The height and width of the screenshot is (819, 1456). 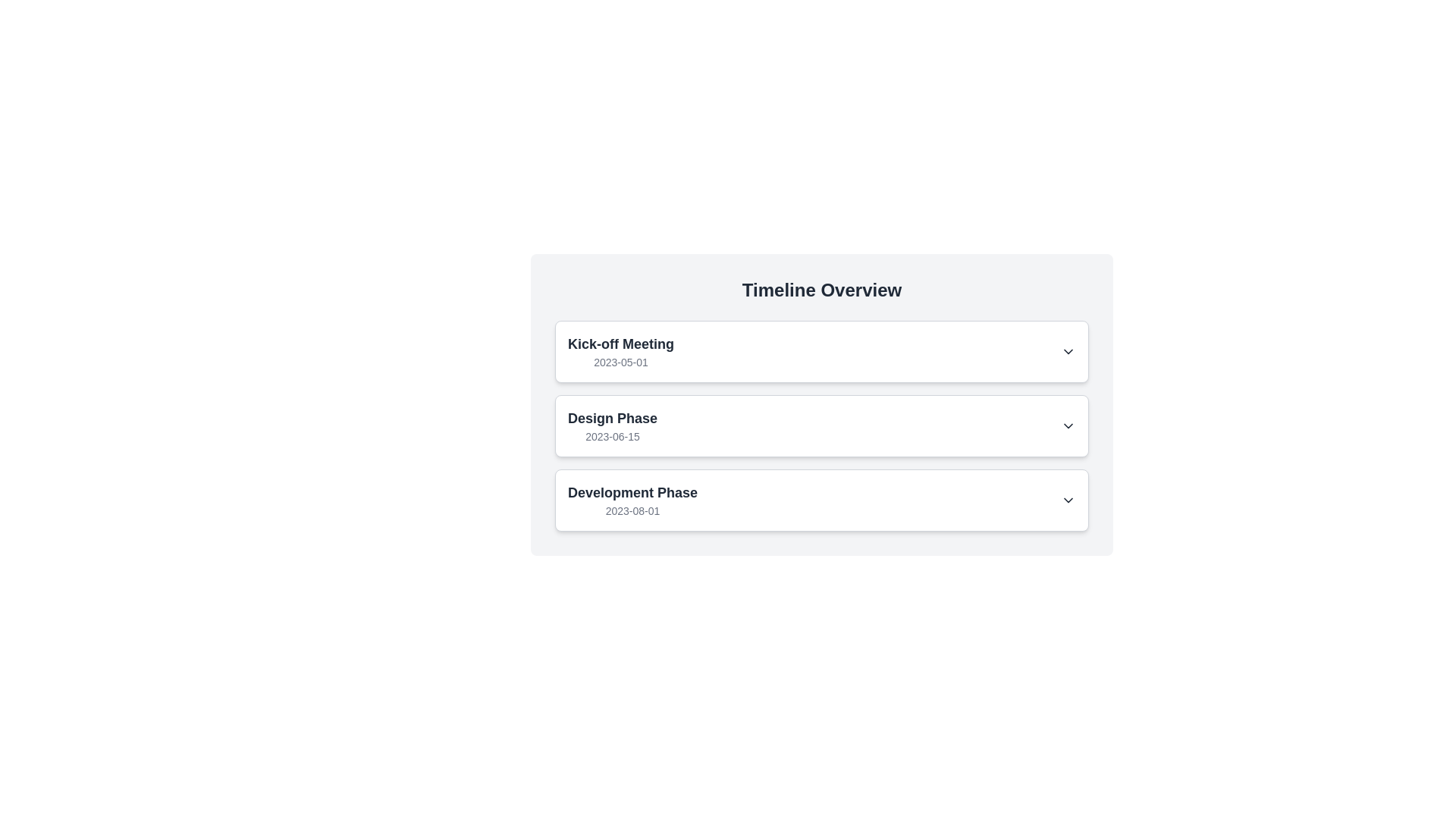 I want to click on the down chevron icon styled with a black stroke, located at the right side of the 'Kick-off Meeting' item, so click(x=1068, y=351).